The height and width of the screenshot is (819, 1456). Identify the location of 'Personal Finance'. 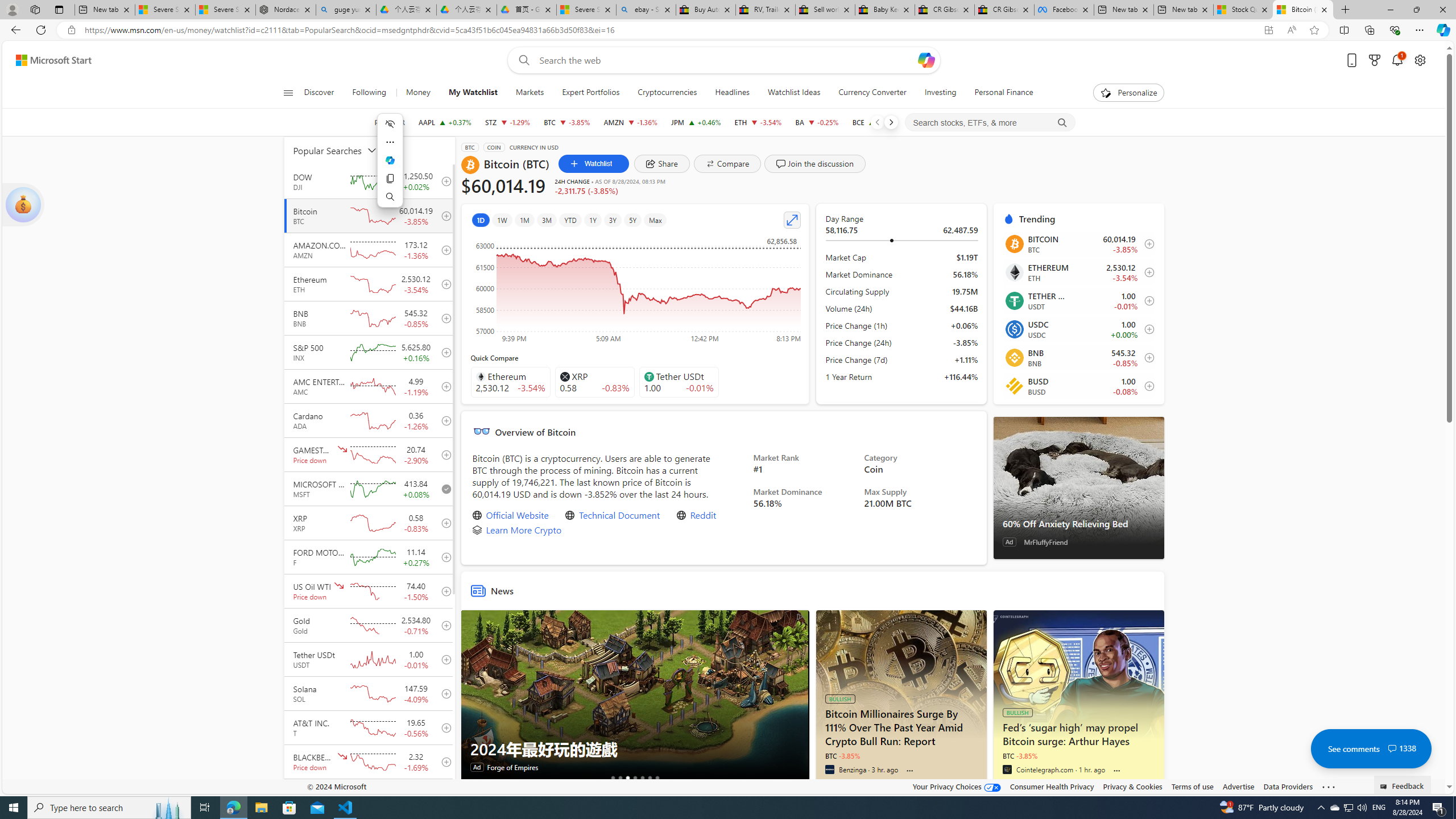
(1004, 92).